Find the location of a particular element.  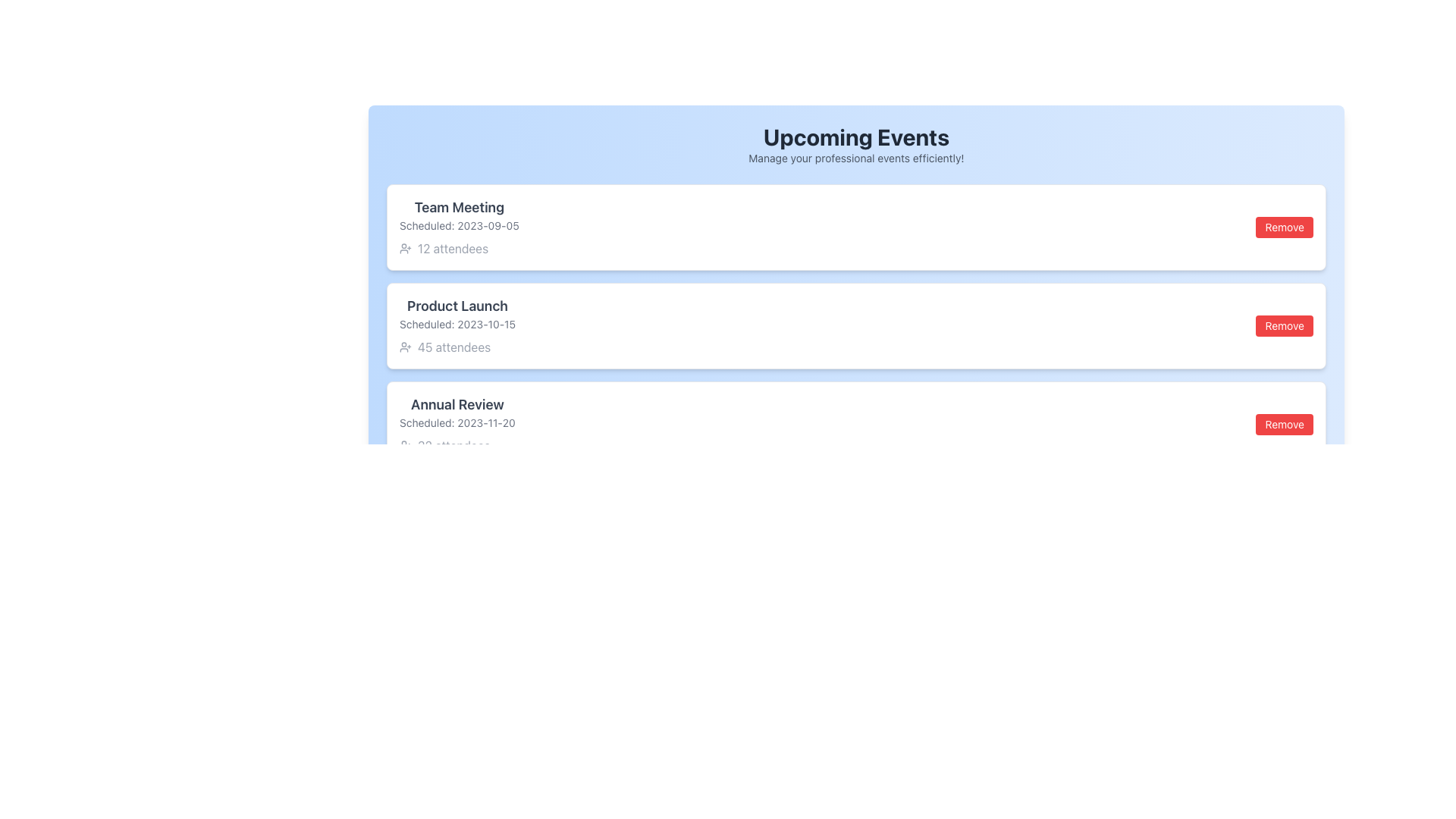

the 'Product Launch' text label, which is styled in gray and bold, located in the Upcoming Events section of the page is located at coordinates (457, 306).